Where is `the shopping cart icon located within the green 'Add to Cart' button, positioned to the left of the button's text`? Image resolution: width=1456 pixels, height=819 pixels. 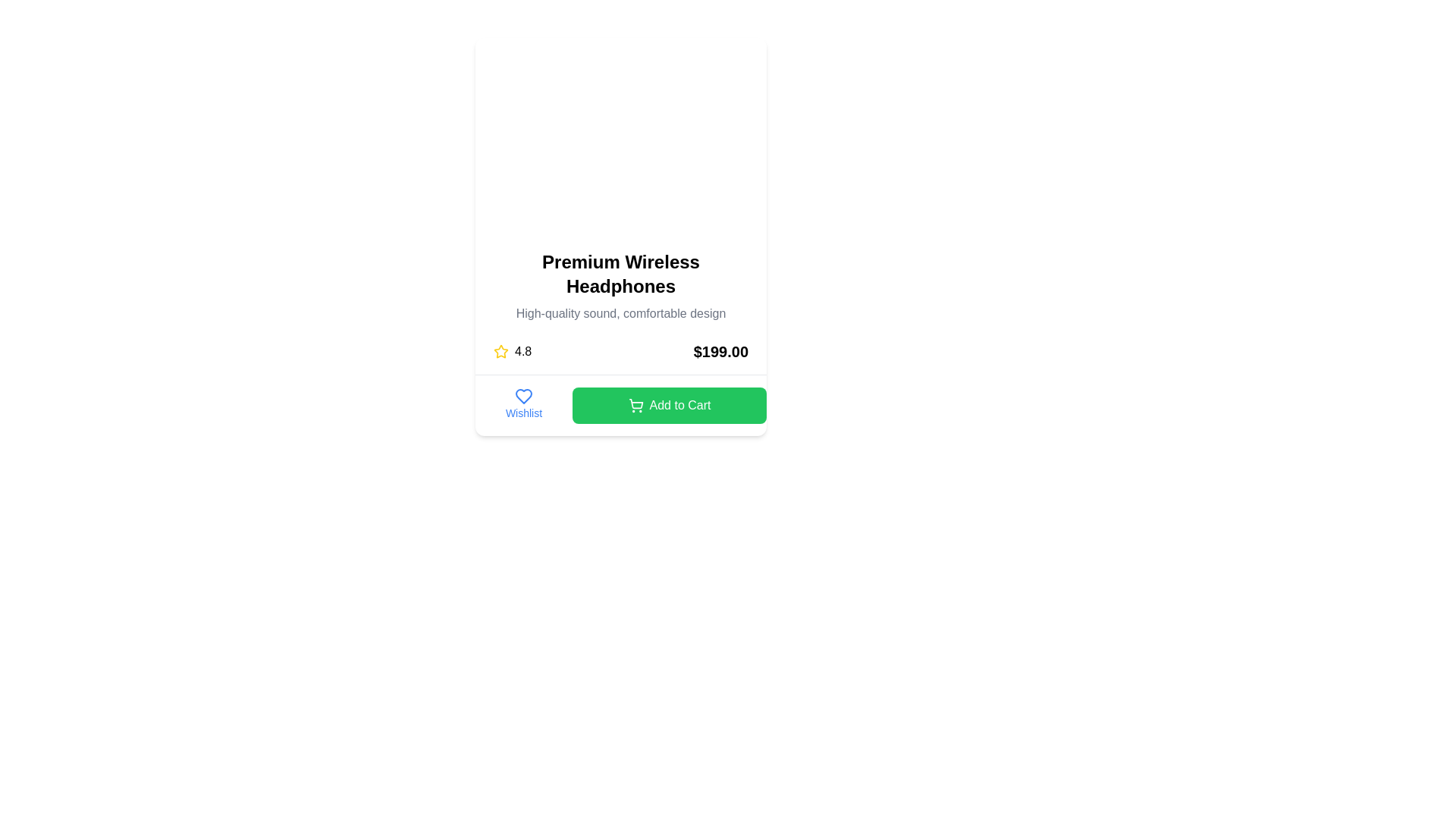 the shopping cart icon located within the green 'Add to Cart' button, positioned to the left of the button's text is located at coordinates (635, 405).